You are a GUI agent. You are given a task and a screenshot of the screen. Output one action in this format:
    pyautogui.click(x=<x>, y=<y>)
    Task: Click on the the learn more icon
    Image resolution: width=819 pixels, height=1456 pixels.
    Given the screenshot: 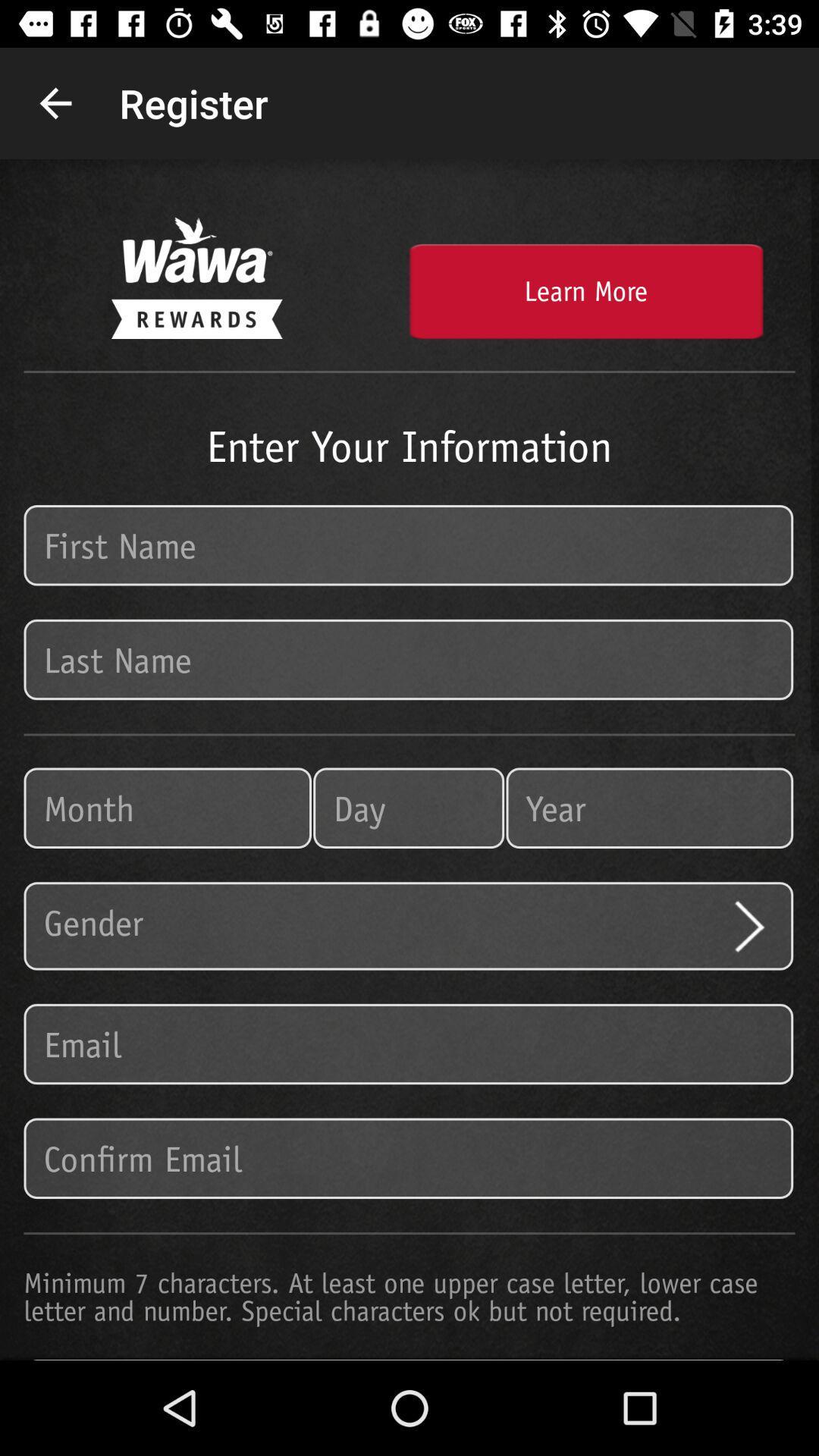 What is the action you would take?
    pyautogui.click(x=585, y=291)
    